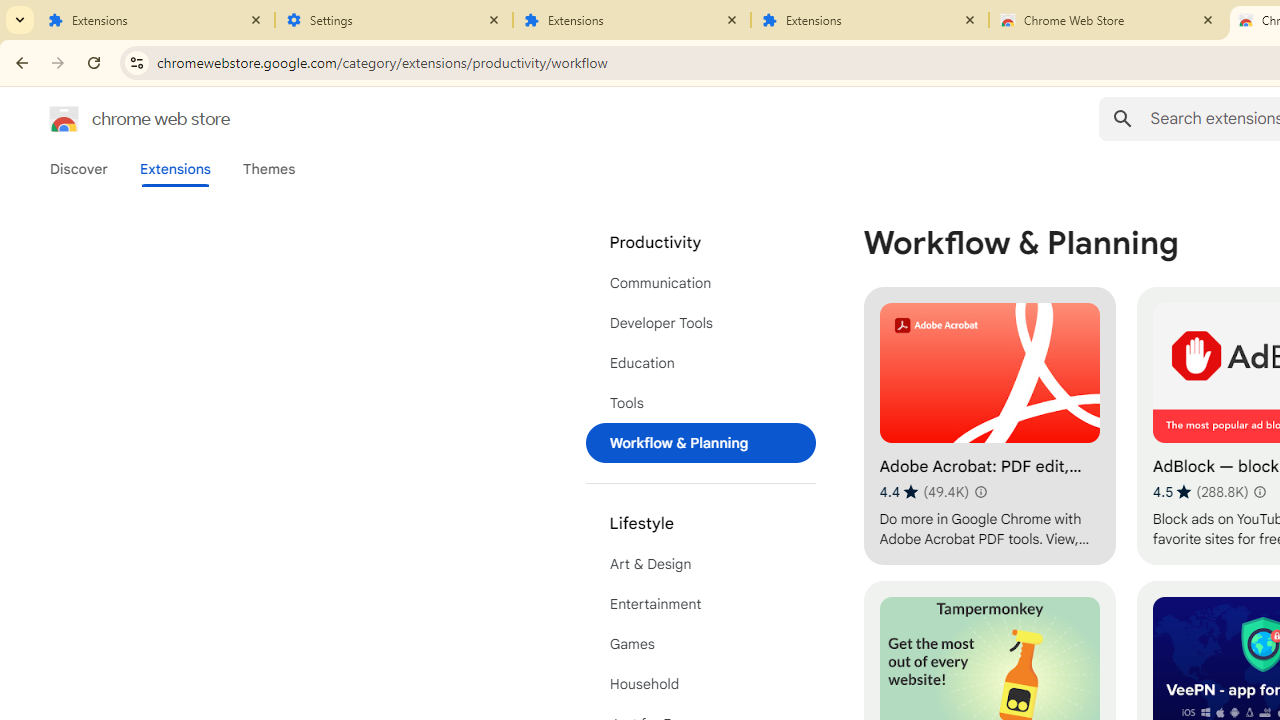 The height and width of the screenshot is (720, 1280). Describe the element at coordinates (700, 321) in the screenshot. I see `'Developer Tools'` at that location.